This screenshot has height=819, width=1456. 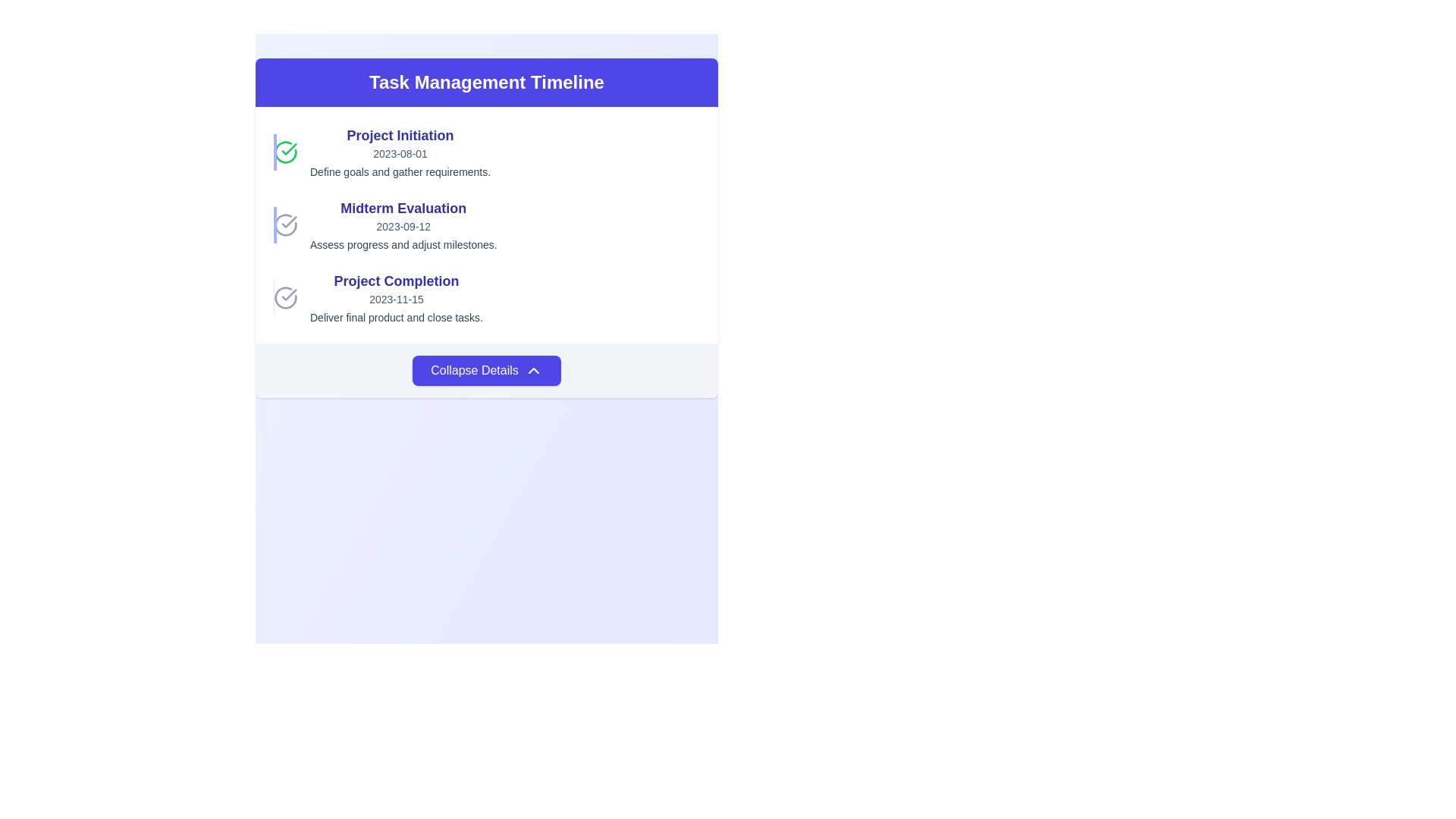 I want to click on the text label displaying the date '2023-08-01', which is styled in light gray and positioned under the 'Project Initiation' title, so click(x=400, y=154).